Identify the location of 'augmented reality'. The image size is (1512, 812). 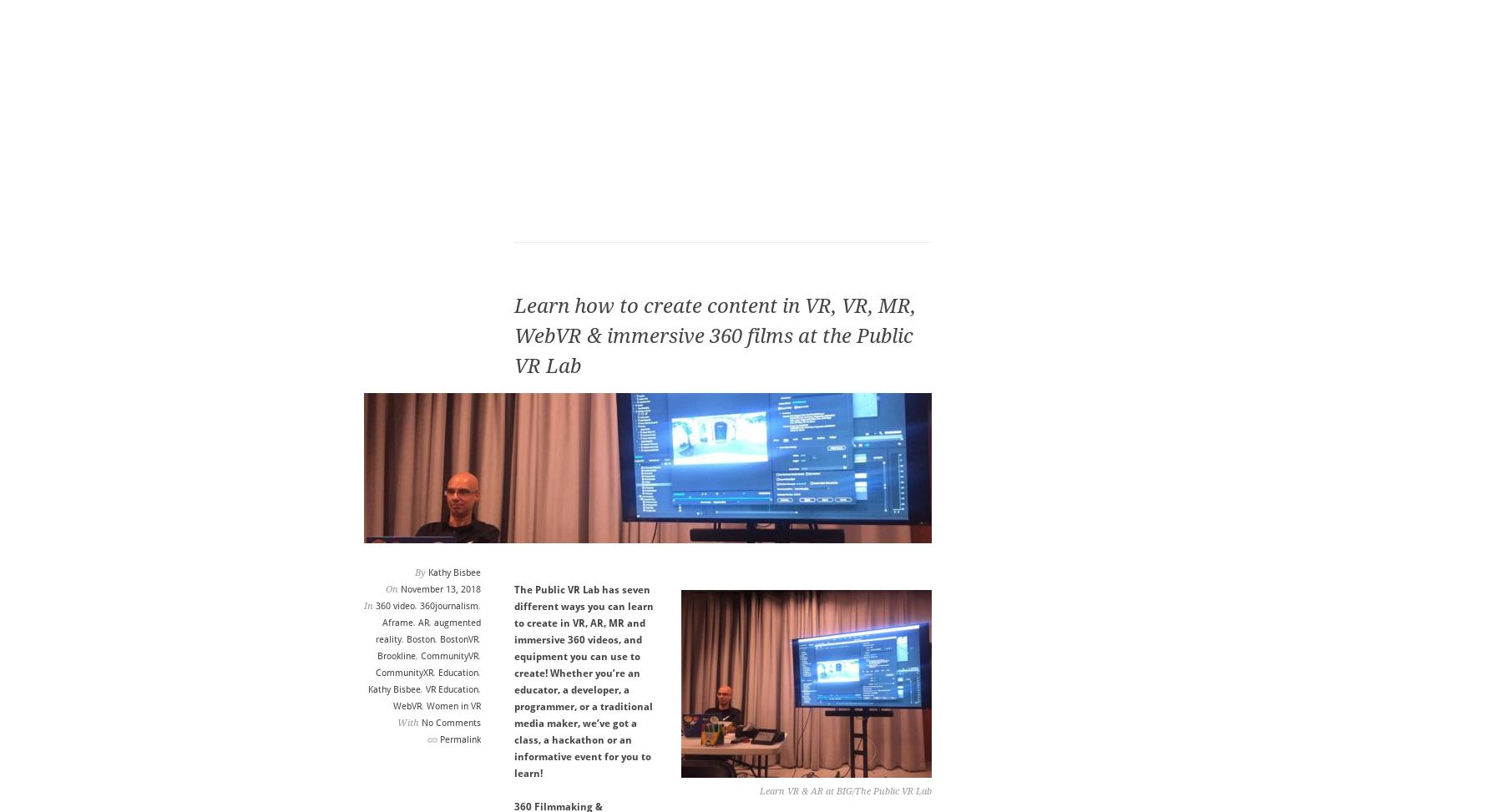
(426, 631).